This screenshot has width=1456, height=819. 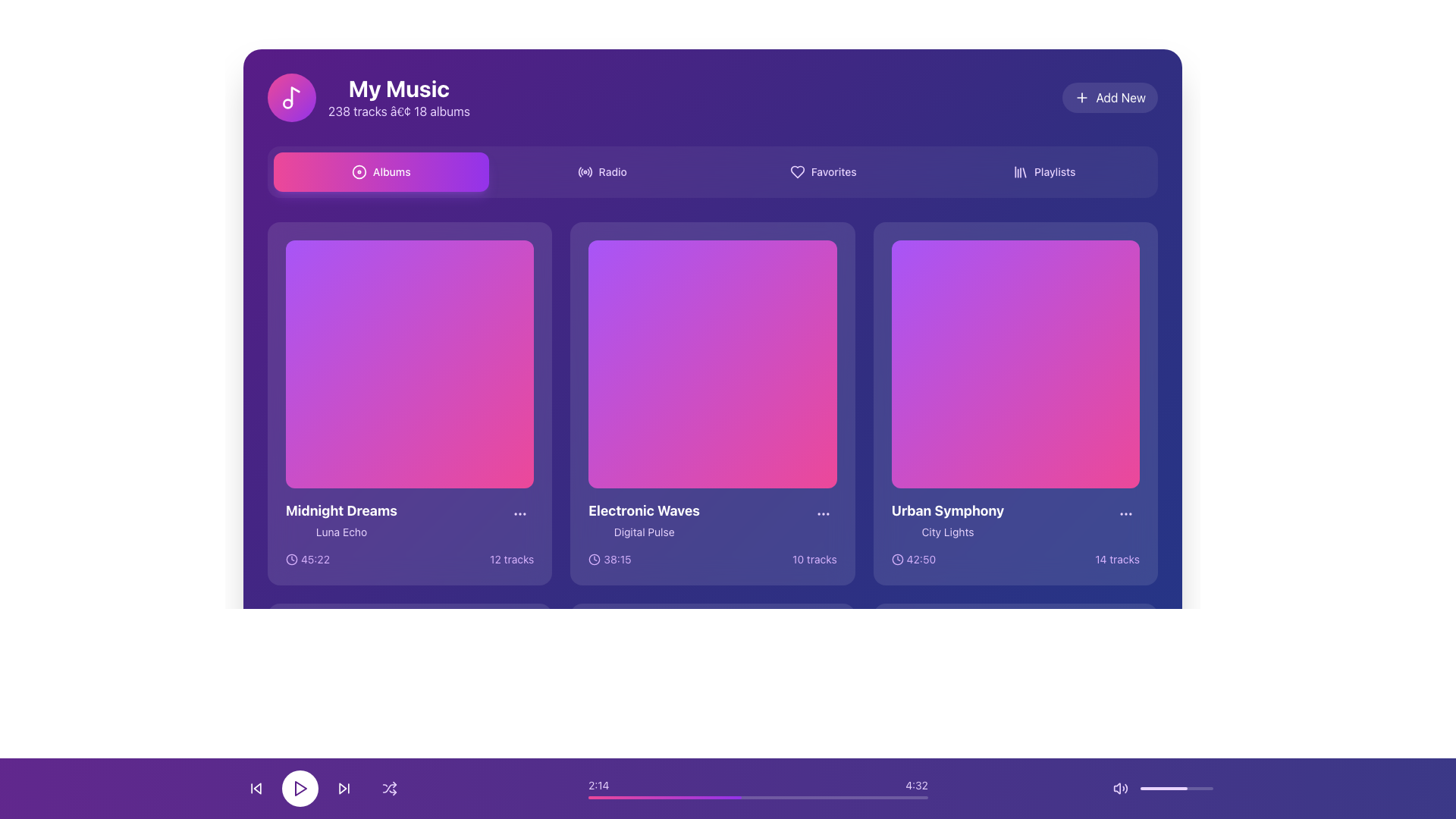 I want to click on the 'Playlists' button, which is the last button in a horizontally aligned navigation bar, so click(x=1043, y=171).